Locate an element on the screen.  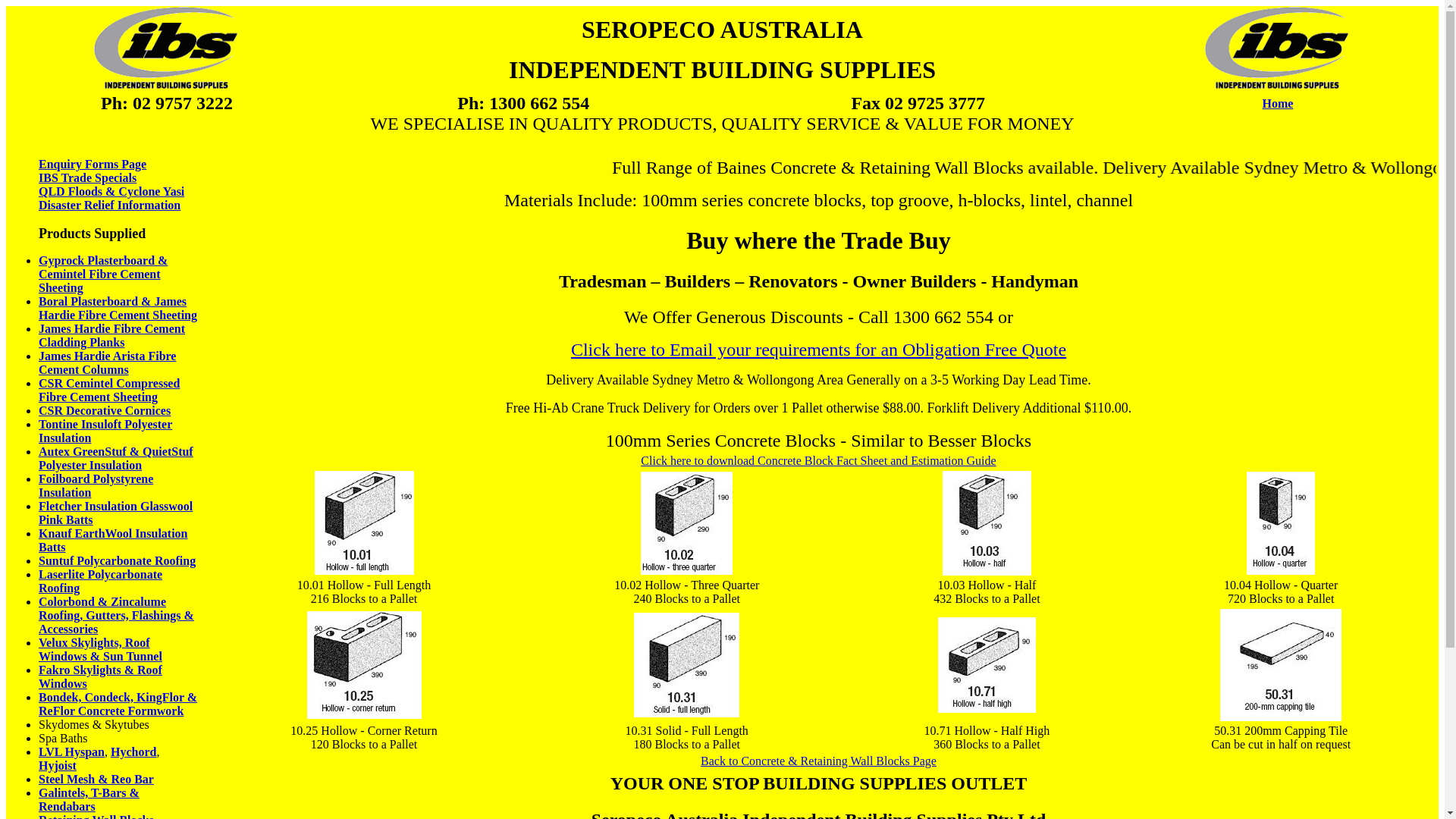
'CSR Cemintel Compressed Fibre Cement Sheeting' is located at coordinates (108, 389).